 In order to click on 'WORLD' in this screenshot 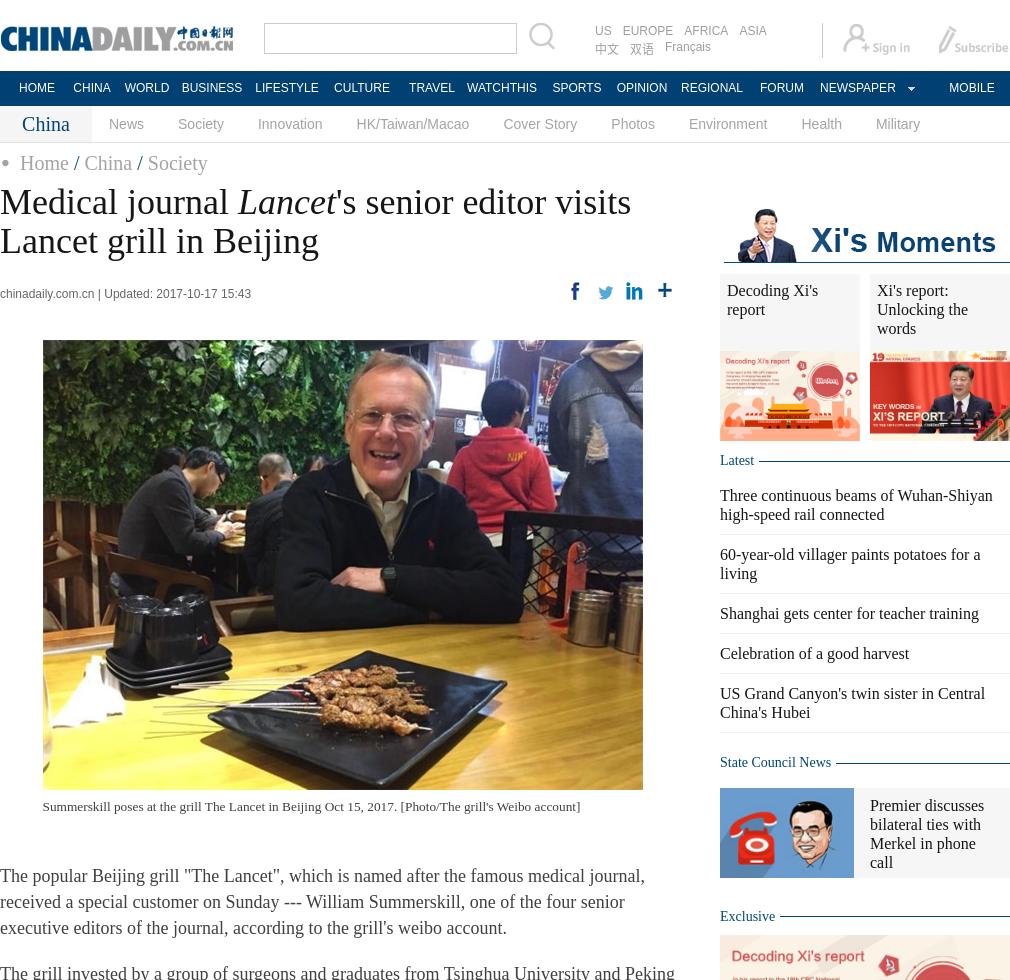, I will do `click(145, 88)`.